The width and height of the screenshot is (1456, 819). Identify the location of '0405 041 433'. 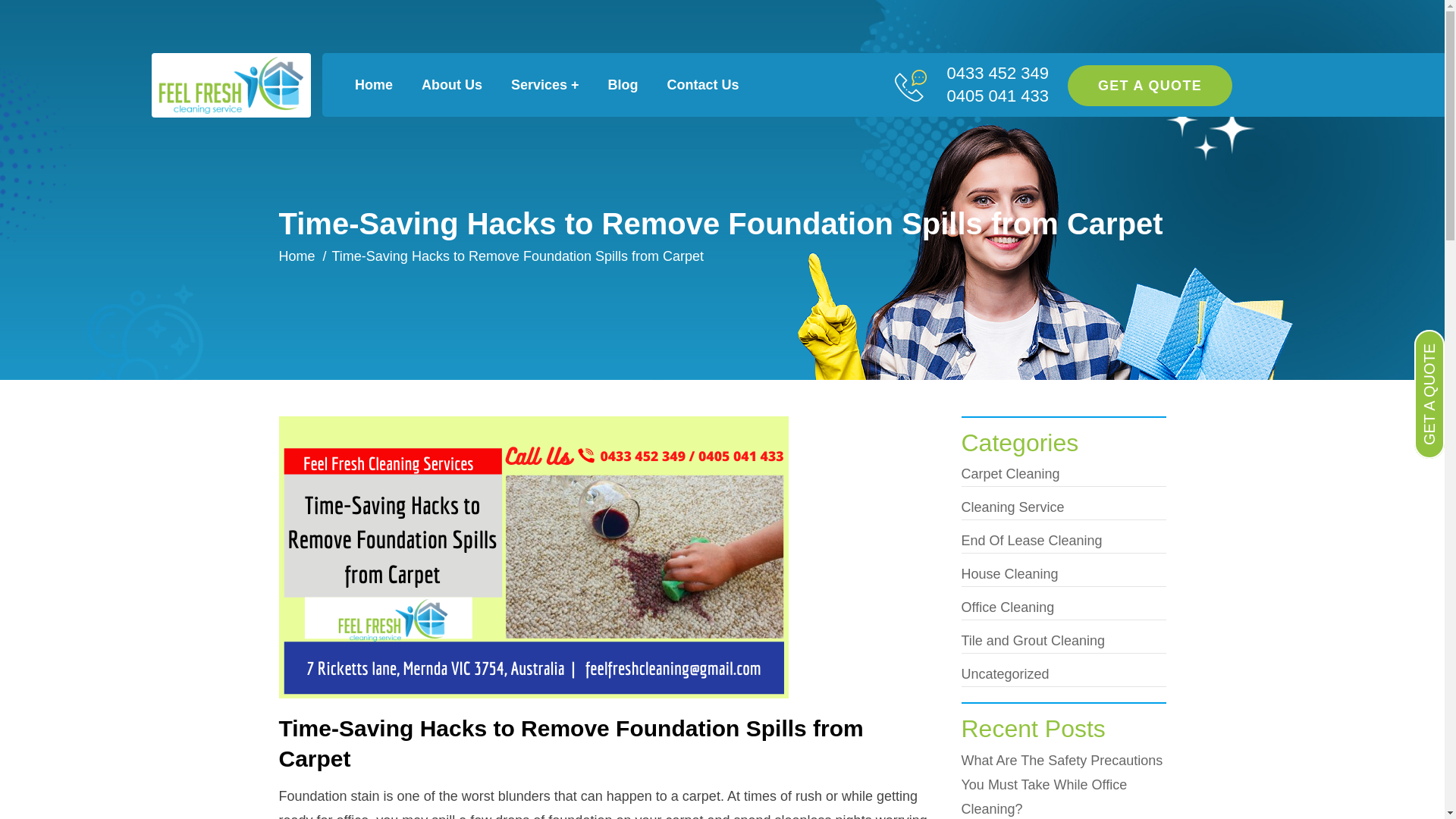
(997, 96).